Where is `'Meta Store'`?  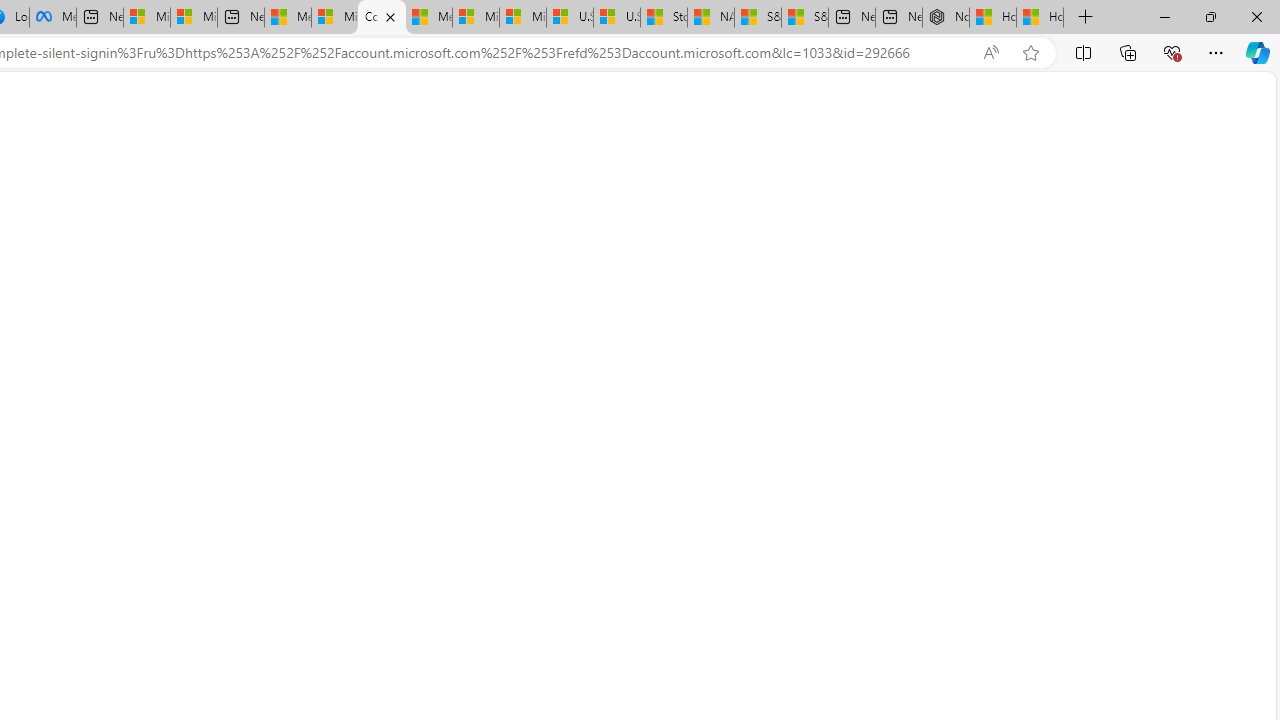 'Meta Store' is located at coordinates (52, 17).